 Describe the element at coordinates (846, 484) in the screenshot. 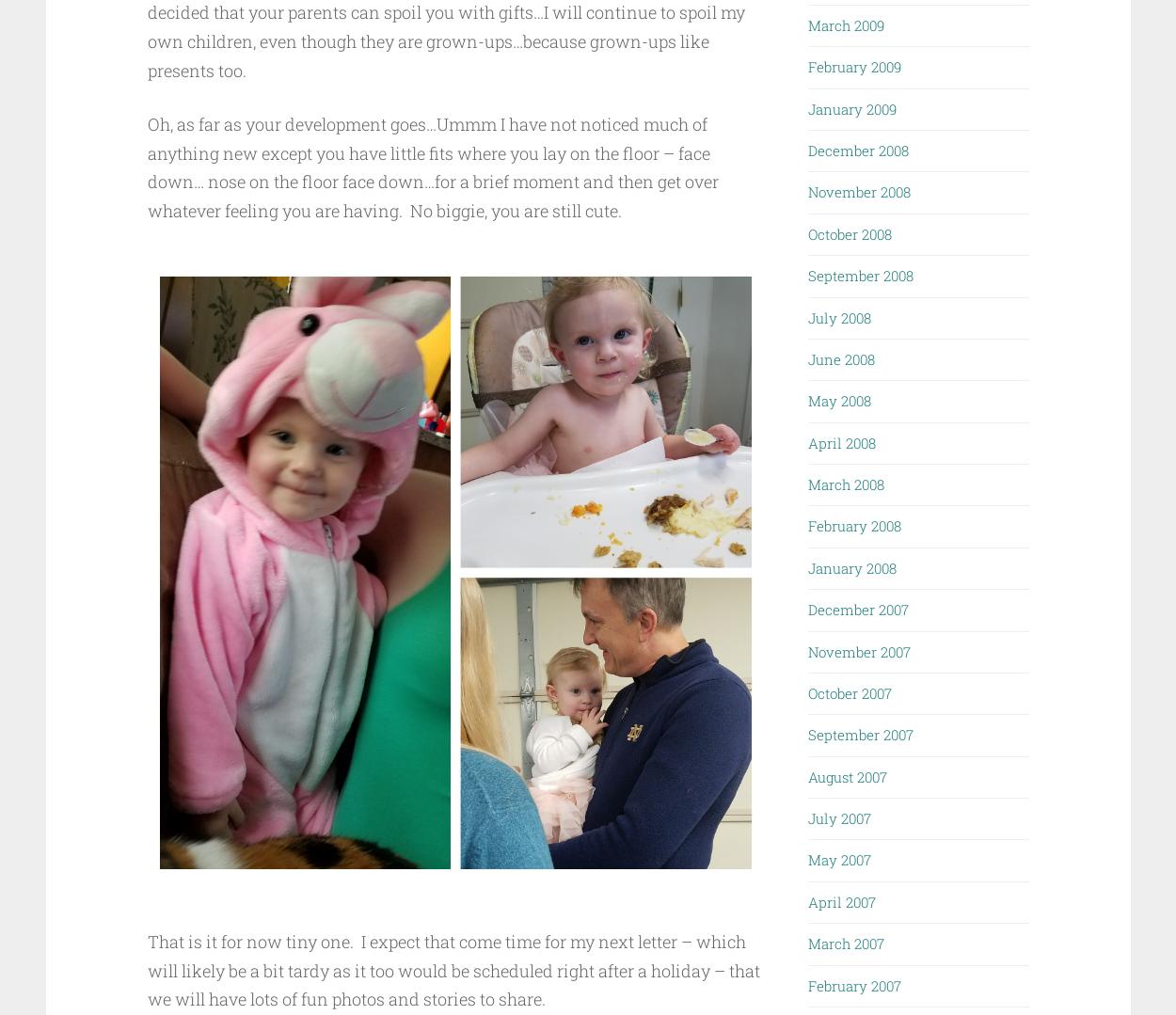

I see `'March 2008'` at that location.